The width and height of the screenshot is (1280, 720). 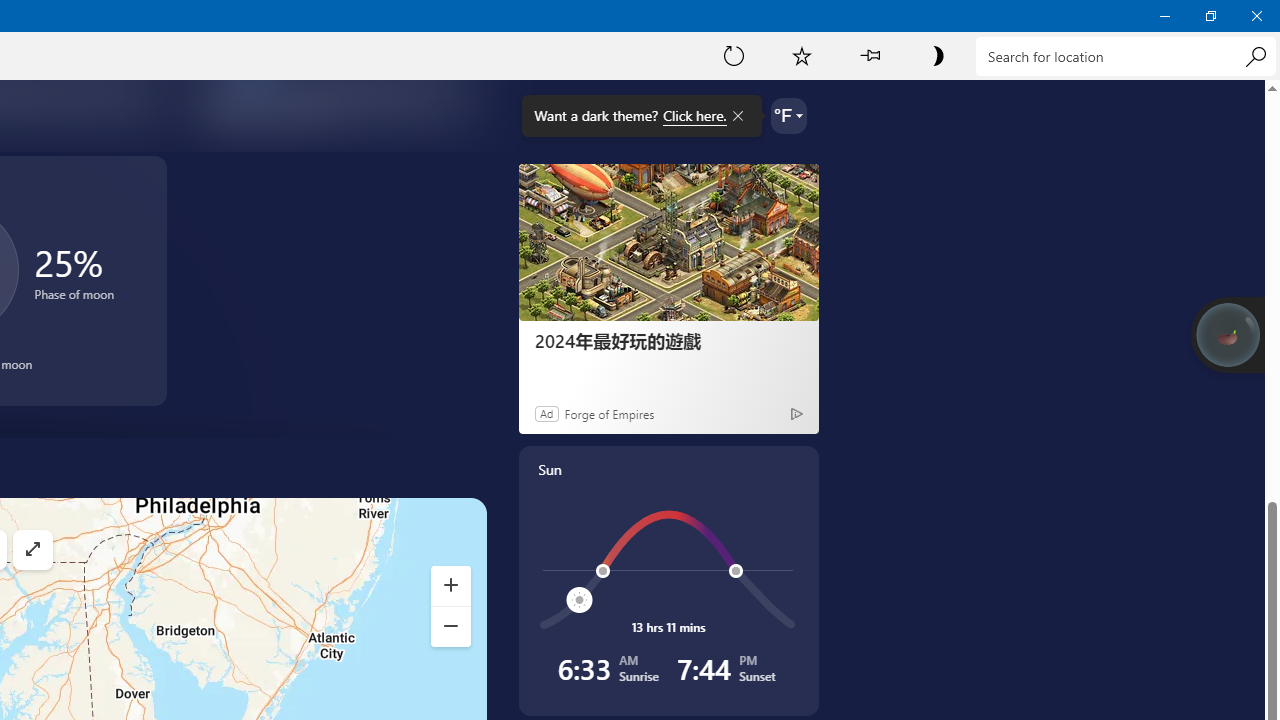 I want to click on 'Restore Weather', so click(x=1209, y=15).